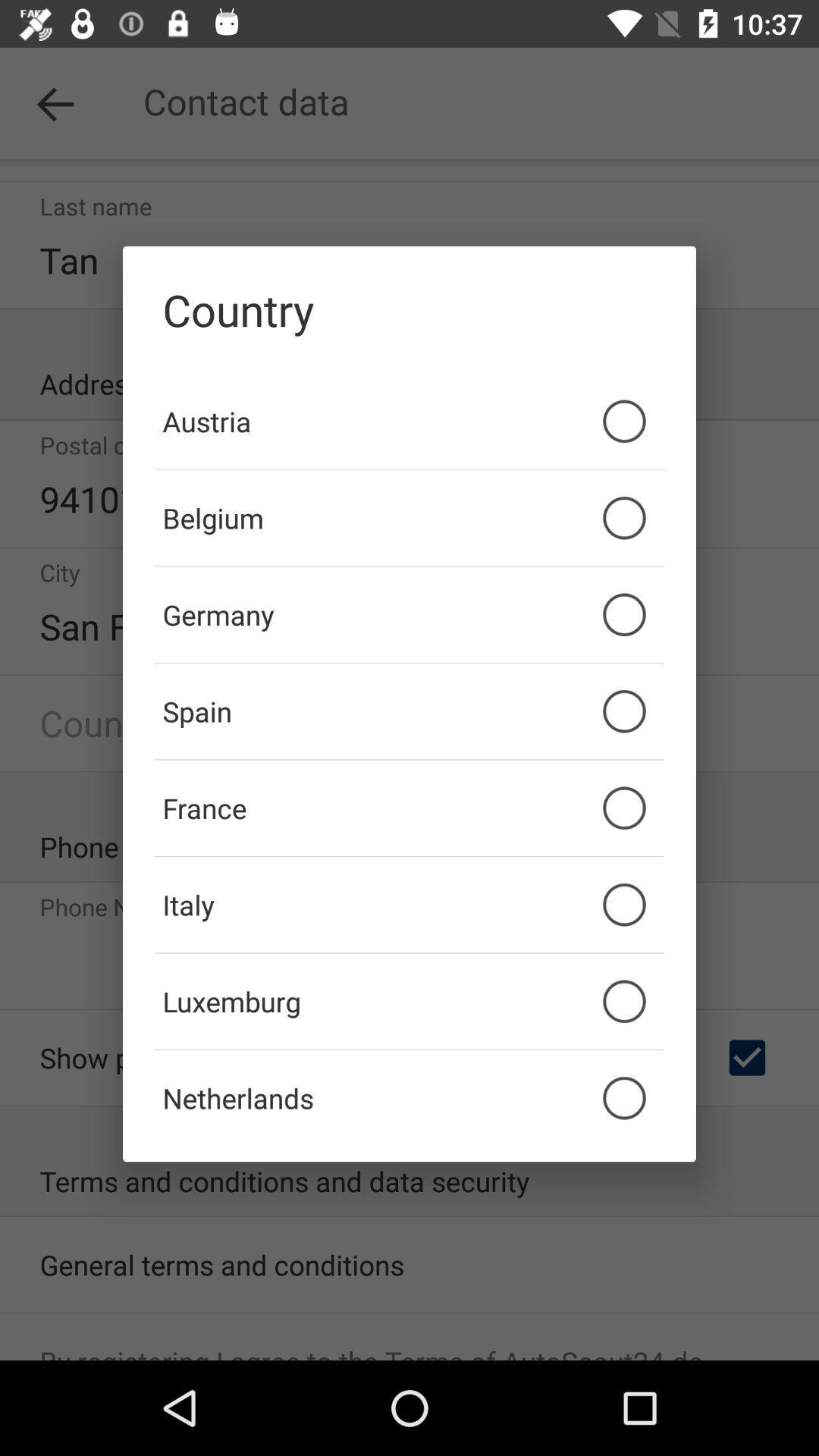  Describe the element at coordinates (409, 1001) in the screenshot. I see `the luxemburg item` at that location.